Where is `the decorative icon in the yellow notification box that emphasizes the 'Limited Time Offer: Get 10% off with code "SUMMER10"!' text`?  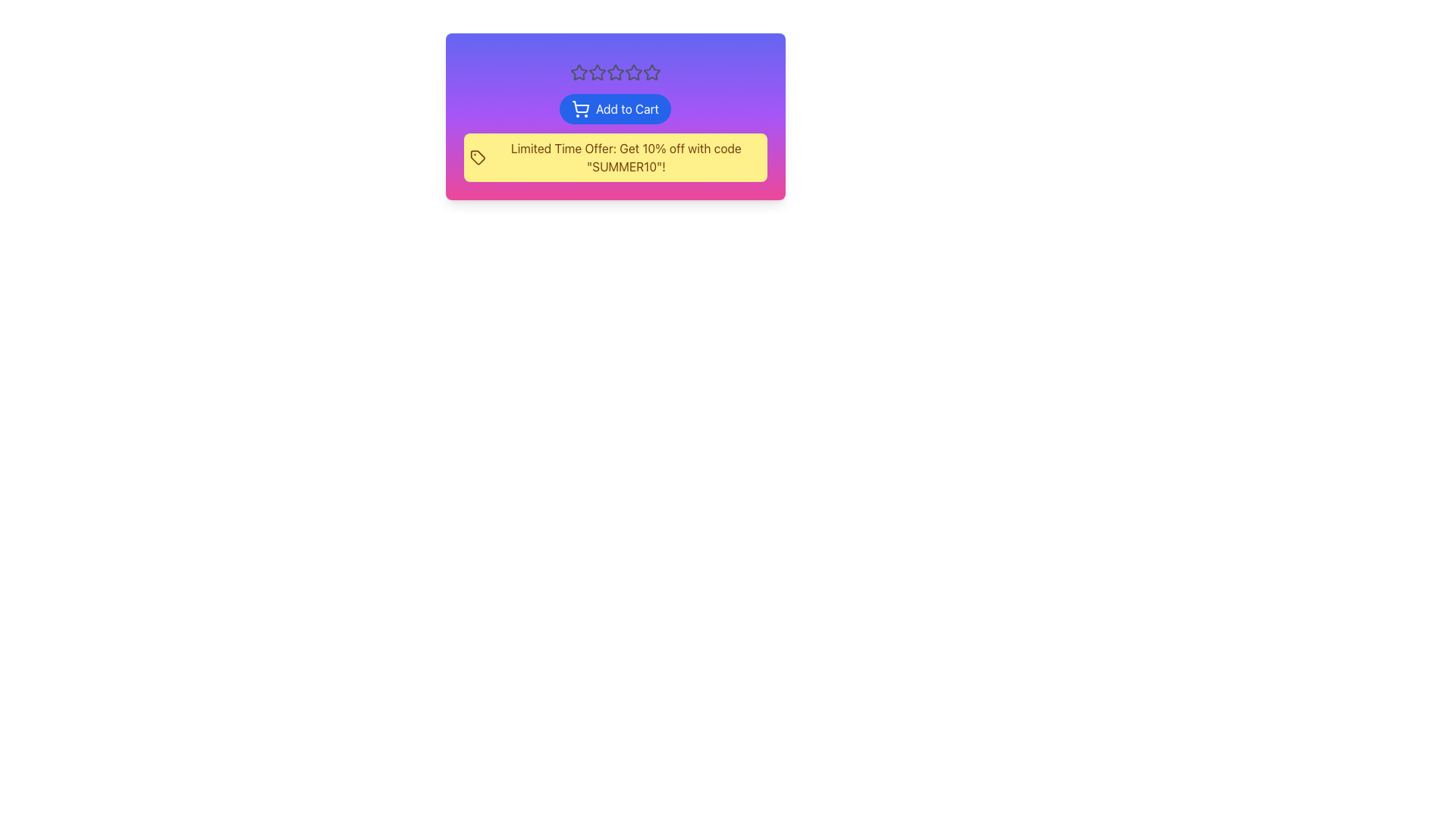 the decorative icon in the yellow notification box that emphasizes the 'Limited Time Offer: Get 10% off with code "SUMMER10"!' text is located at coordinates (476, 158).